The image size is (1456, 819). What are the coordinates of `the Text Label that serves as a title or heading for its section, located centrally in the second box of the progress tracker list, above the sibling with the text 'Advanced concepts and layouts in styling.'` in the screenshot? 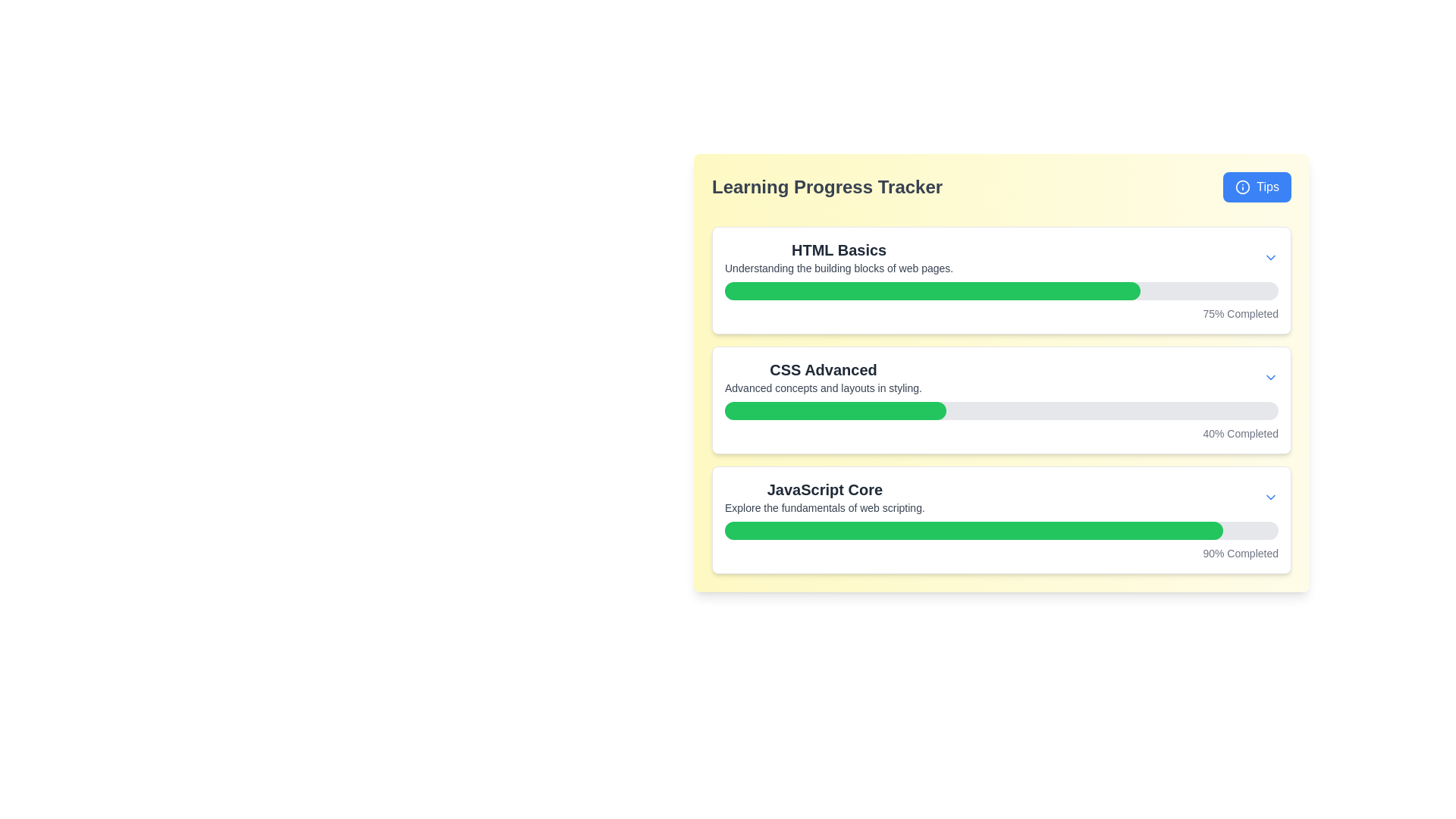 It's located at (822, 370).